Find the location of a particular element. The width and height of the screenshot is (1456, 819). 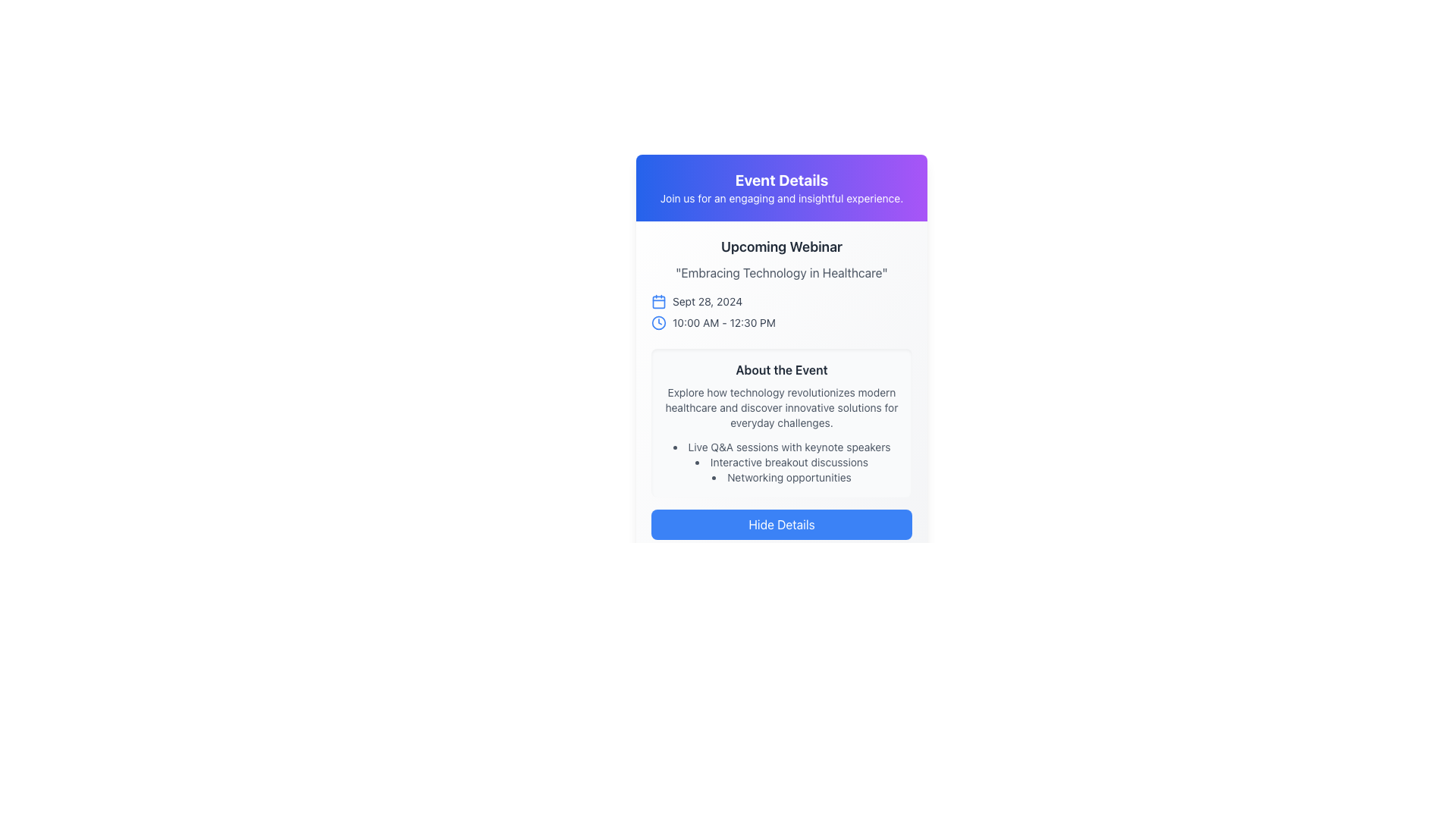

the third item in the bulleted list under the 'About the Event' section, which presents information about networking opportunities is located at coordinates (782, 476).